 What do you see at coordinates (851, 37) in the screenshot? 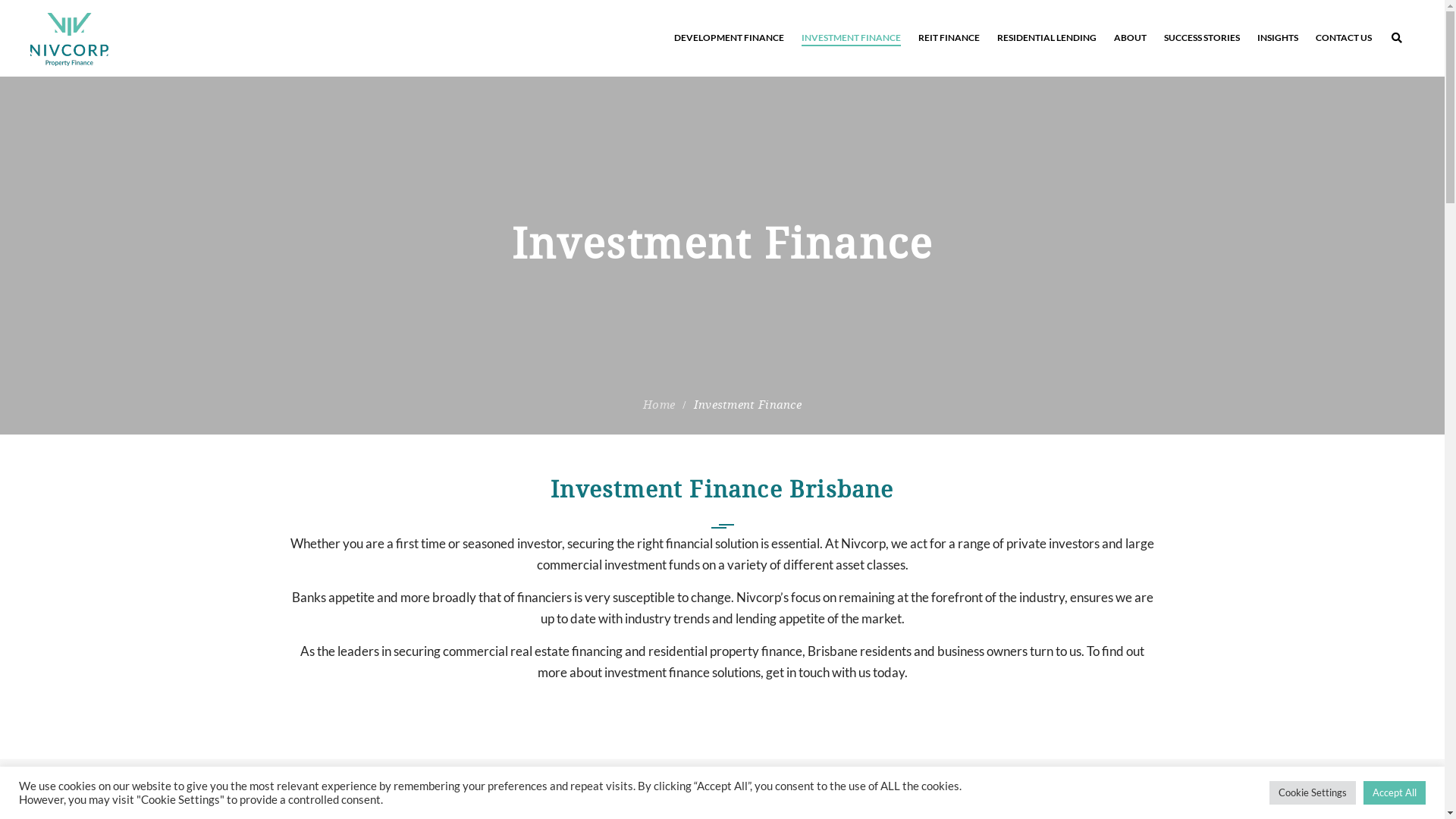
I see `'INVESTMENT FINANCE'` at bounding box center [851, 37].